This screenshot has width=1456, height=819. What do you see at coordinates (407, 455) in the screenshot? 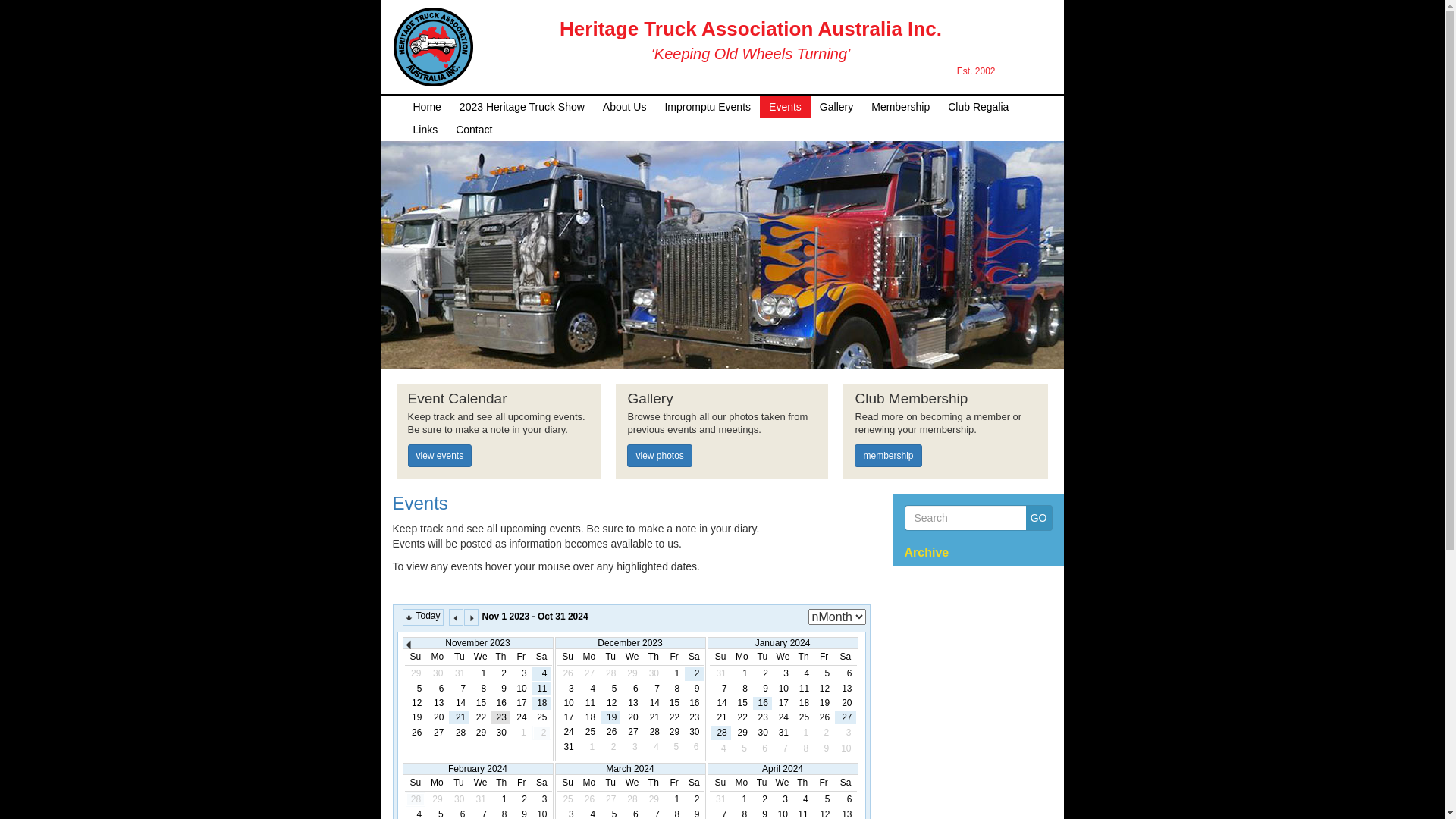
I see `'view events'` at bounding box center [407, 455].